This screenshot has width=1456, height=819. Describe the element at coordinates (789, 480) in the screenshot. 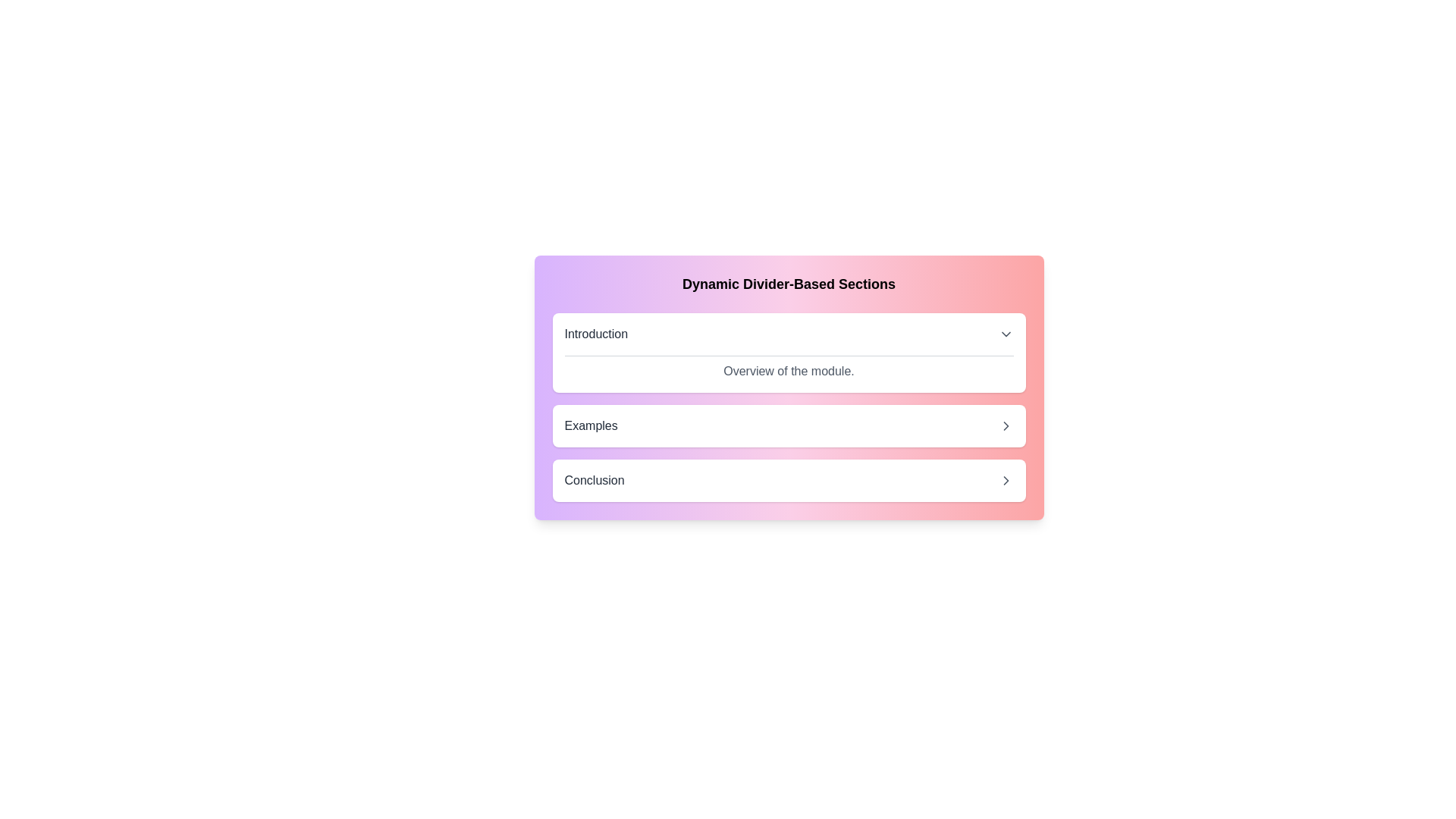

I see `the interactive list item labeled 'Conclusion'` at that location.